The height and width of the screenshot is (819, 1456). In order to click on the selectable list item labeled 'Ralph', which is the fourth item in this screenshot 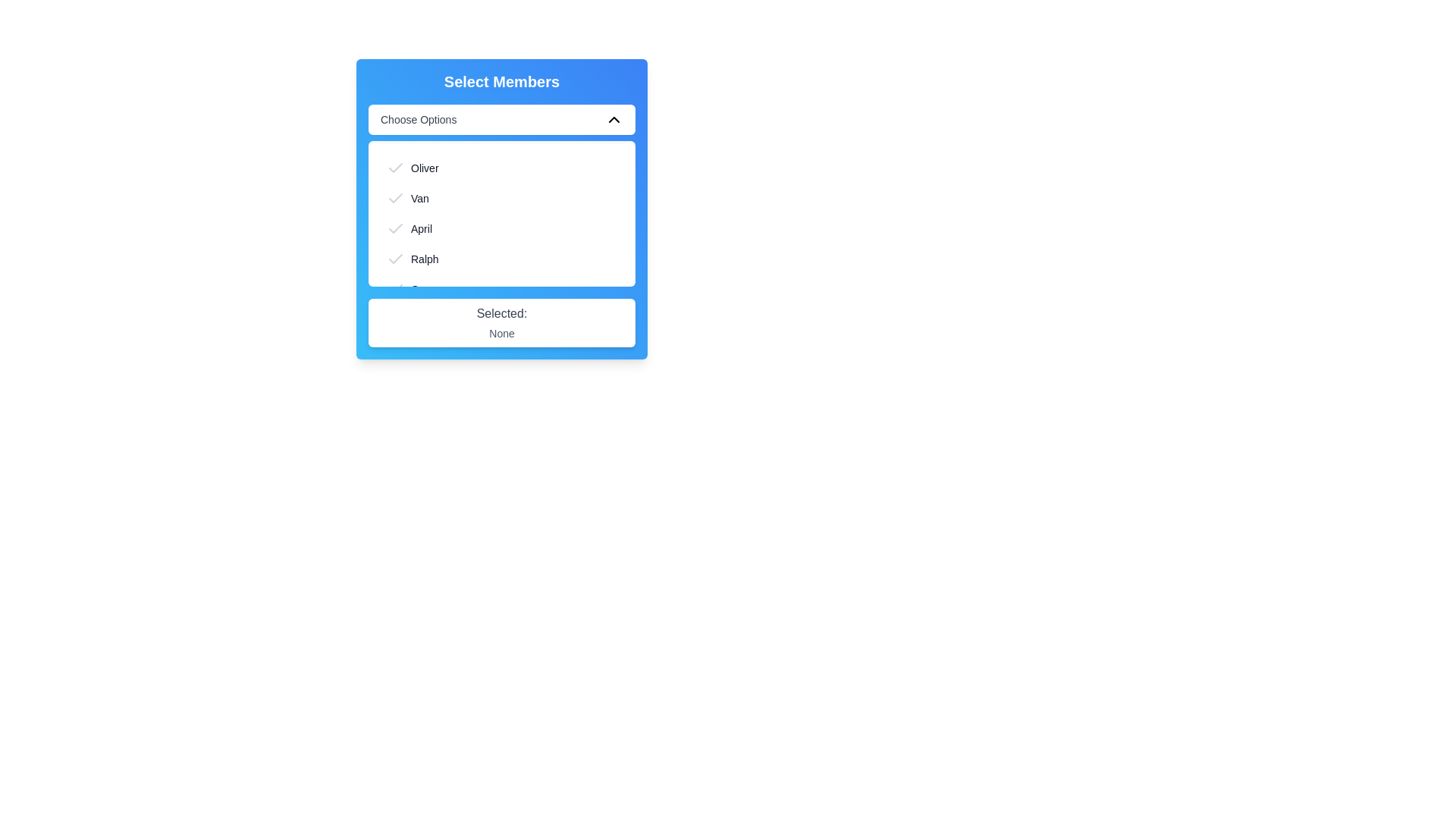, I will do `click(502, 259)`.